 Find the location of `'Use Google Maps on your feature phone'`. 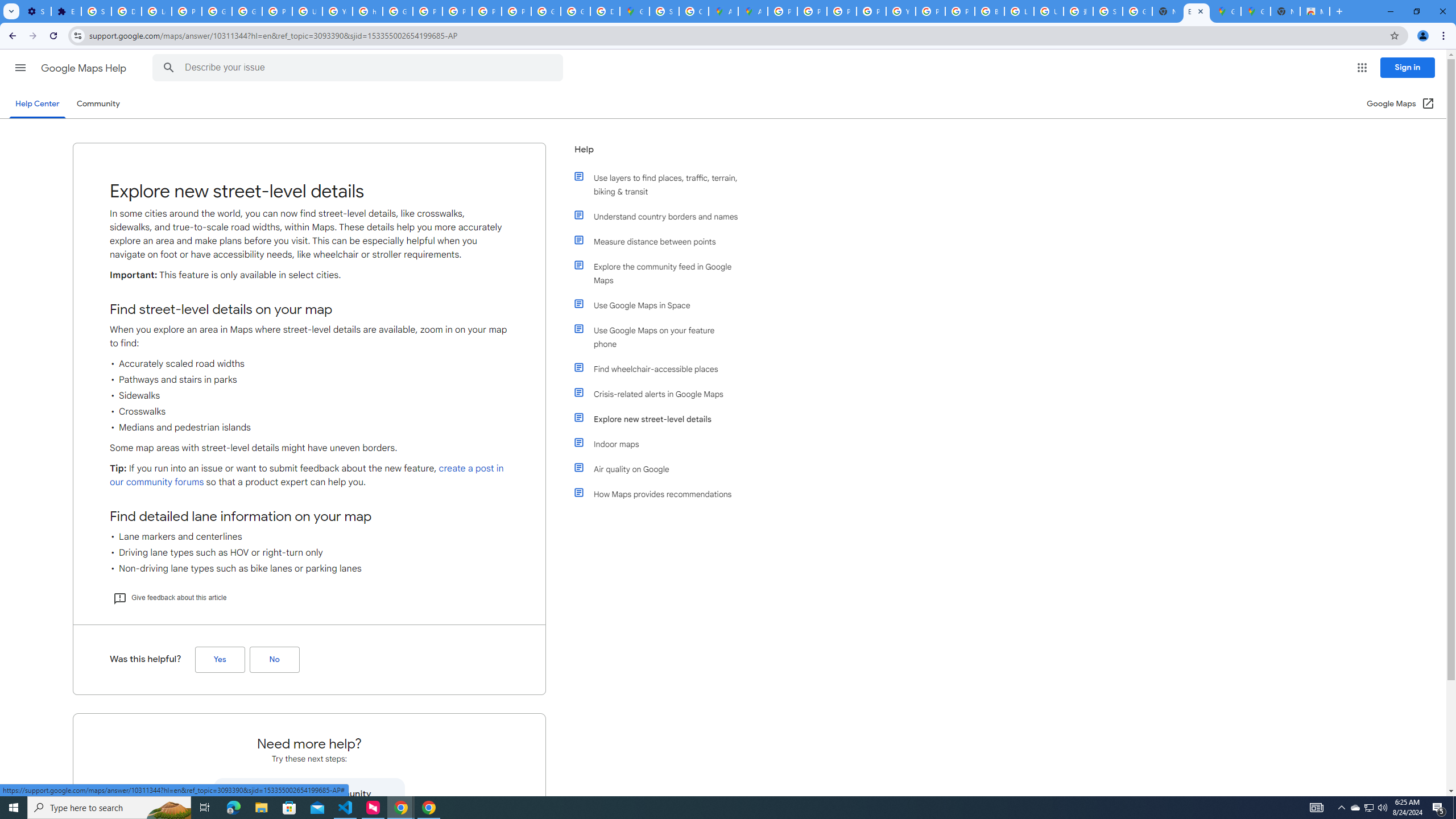

'Use Google Maps on your feature phone' is located at coordinates (661, 336).